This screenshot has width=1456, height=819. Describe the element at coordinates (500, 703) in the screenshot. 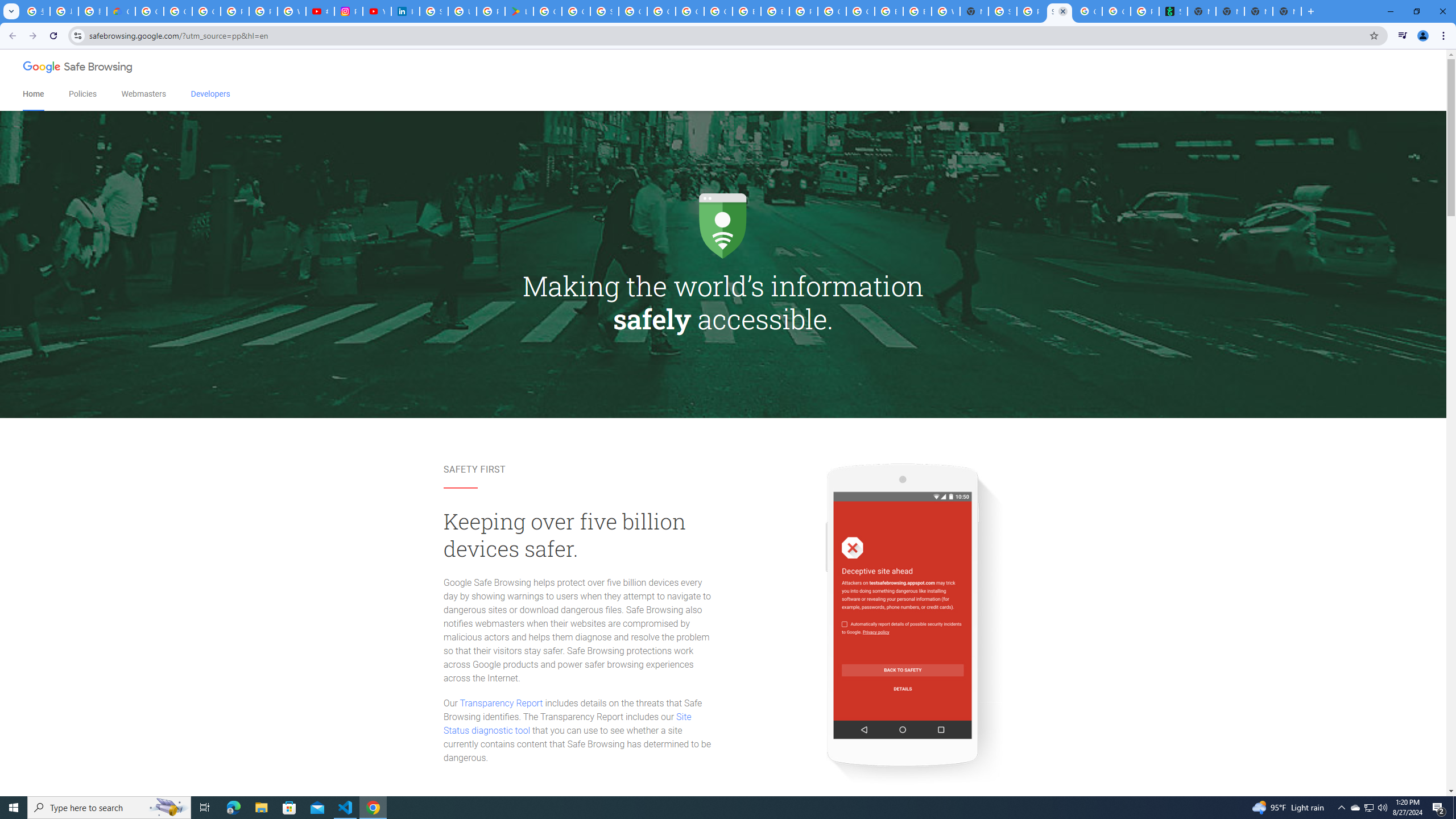

I see `'Transparency Report'` at that location.